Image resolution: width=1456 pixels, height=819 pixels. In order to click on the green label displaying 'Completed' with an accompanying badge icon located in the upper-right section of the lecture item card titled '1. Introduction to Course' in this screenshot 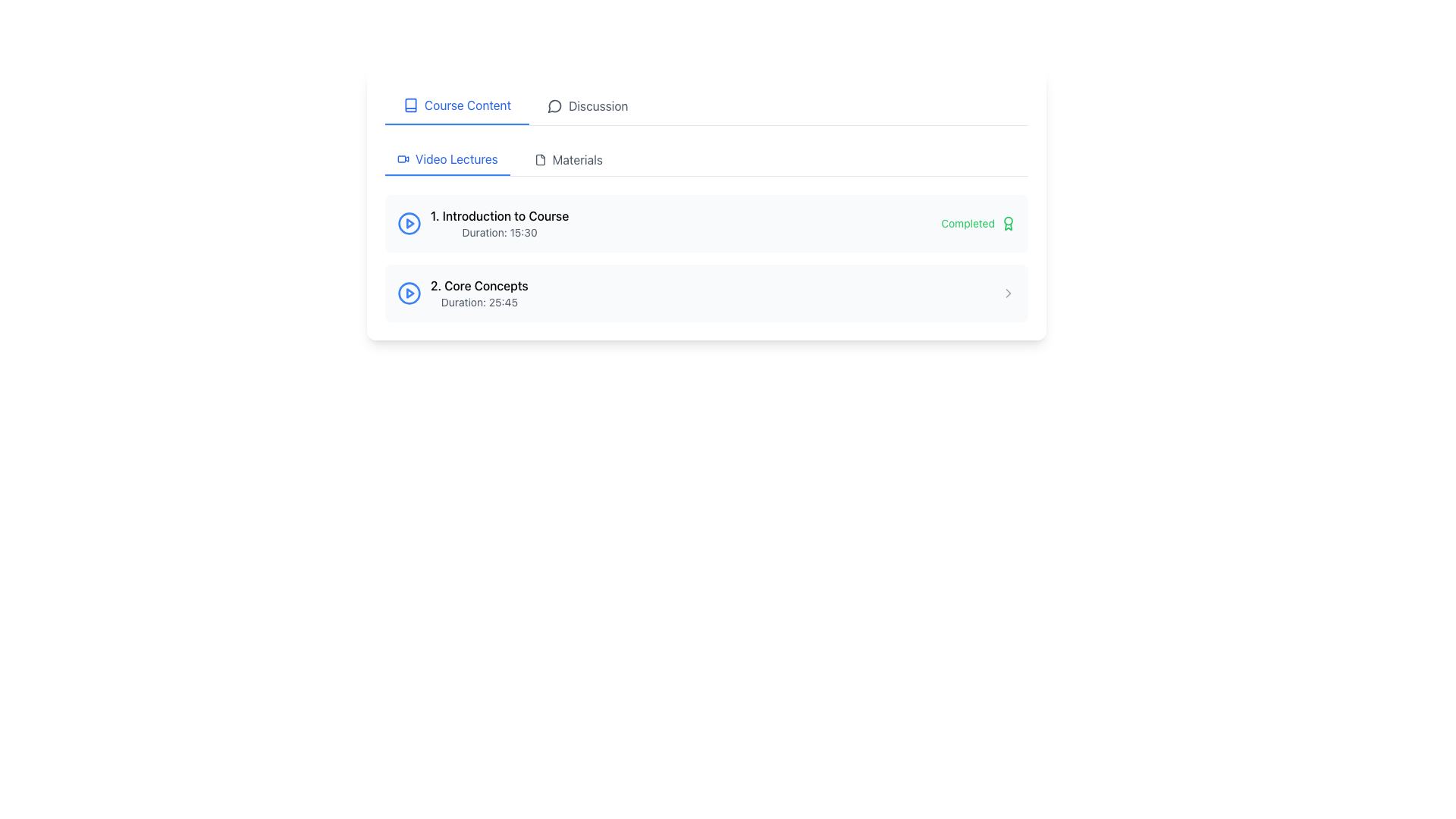, I will do `click(978, 223)`.